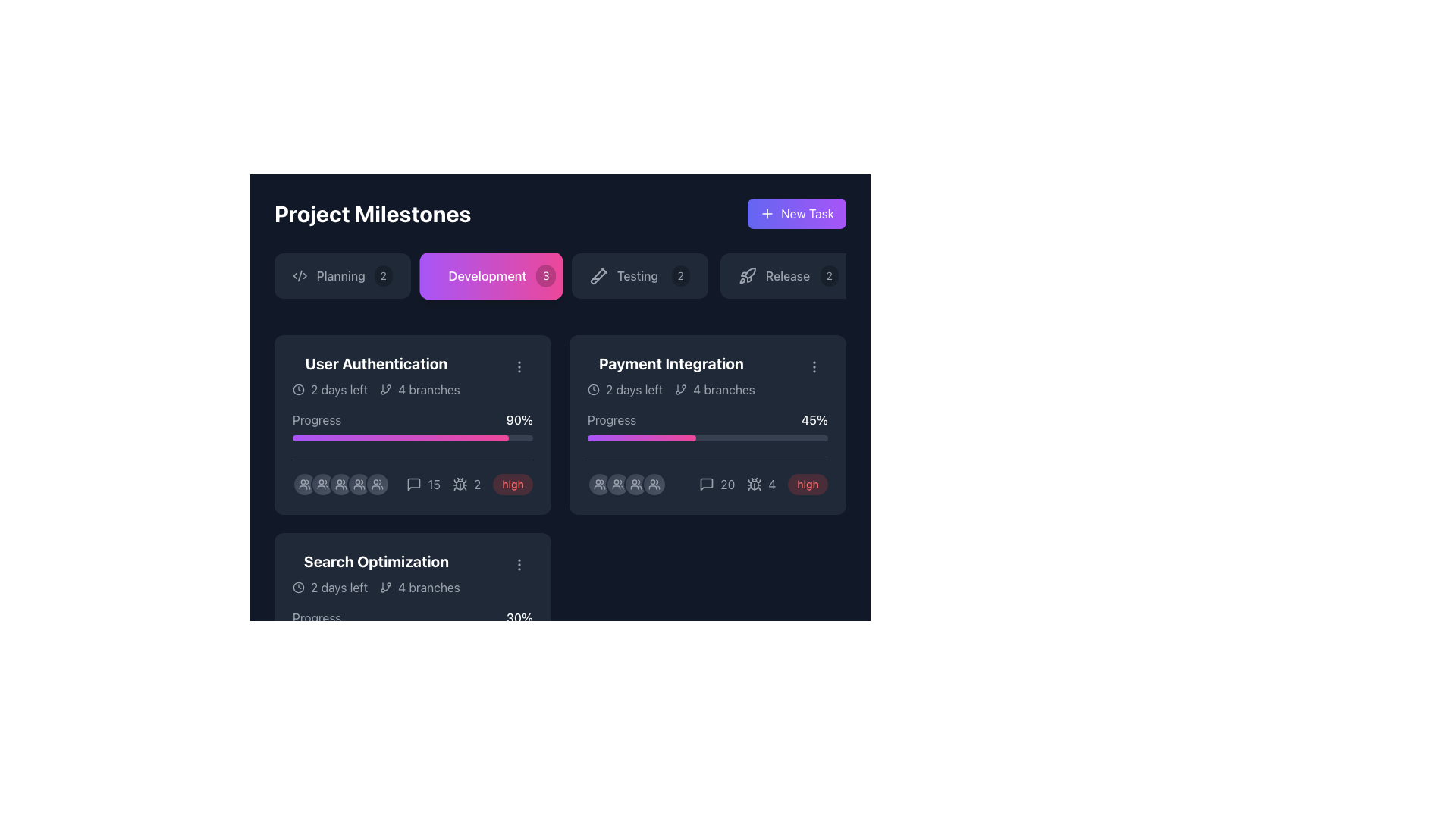 The width and height of the screenshot is (1456, 819). Describe the element at coordinates (386, 587) in the screenshot. I see `the branching system icon located to the left of the '4 branches' text within the 'User Authentication' card` at that location.